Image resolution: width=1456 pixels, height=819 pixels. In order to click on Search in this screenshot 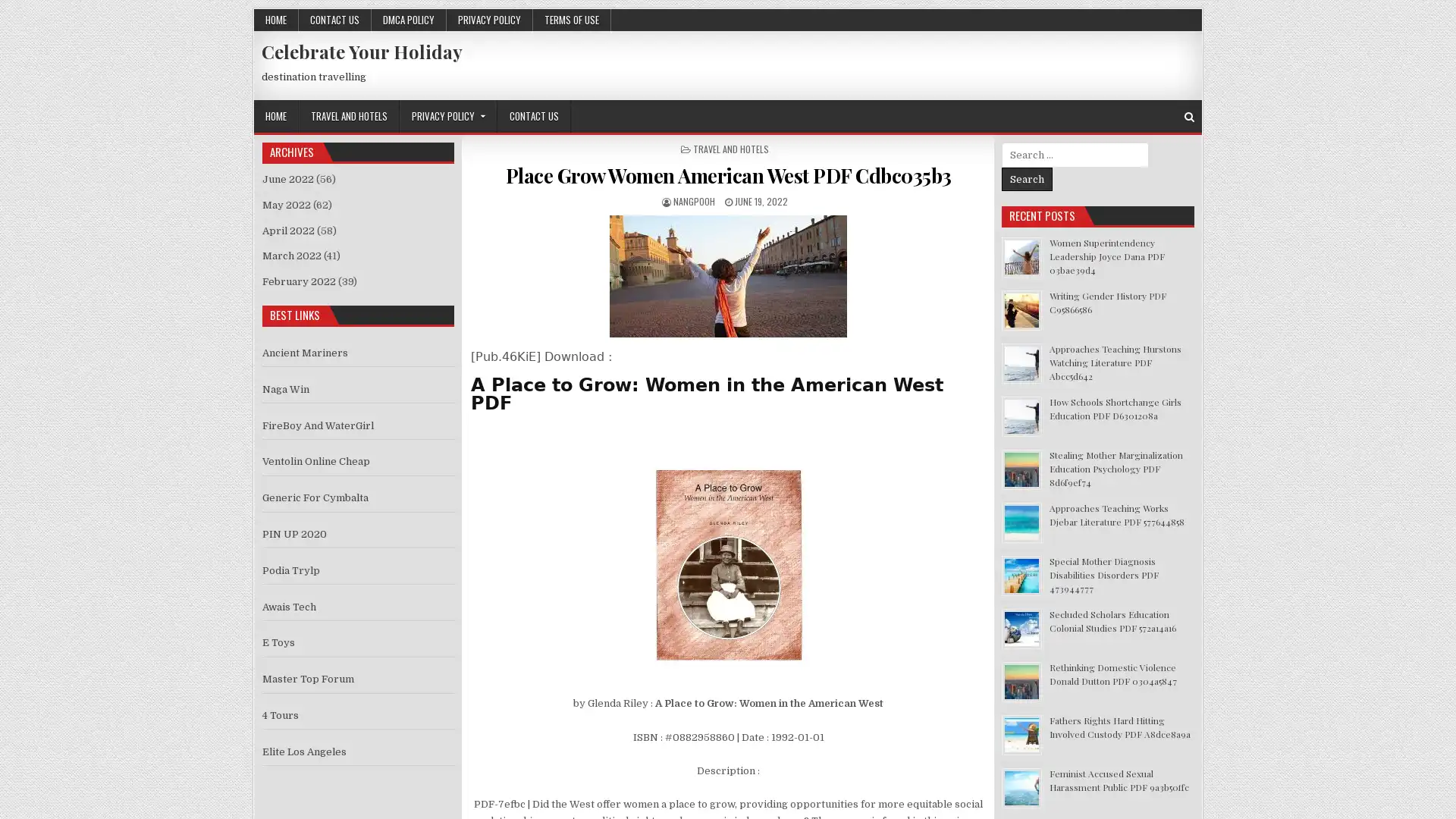, I will do `click(1027, 178)`.